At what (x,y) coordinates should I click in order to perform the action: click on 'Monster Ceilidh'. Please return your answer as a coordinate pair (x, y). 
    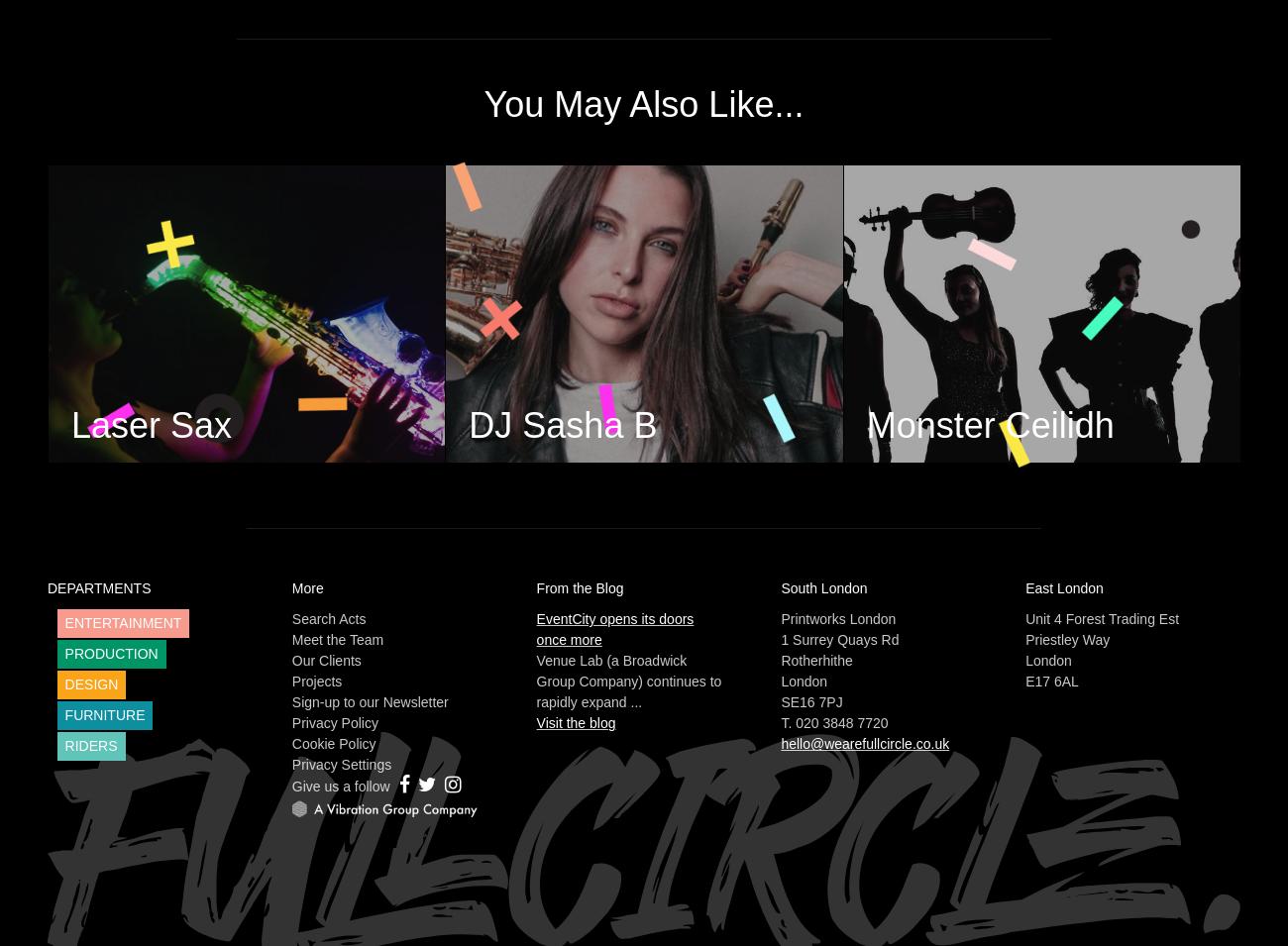
    Looking at the image, I should click on (989, 424).